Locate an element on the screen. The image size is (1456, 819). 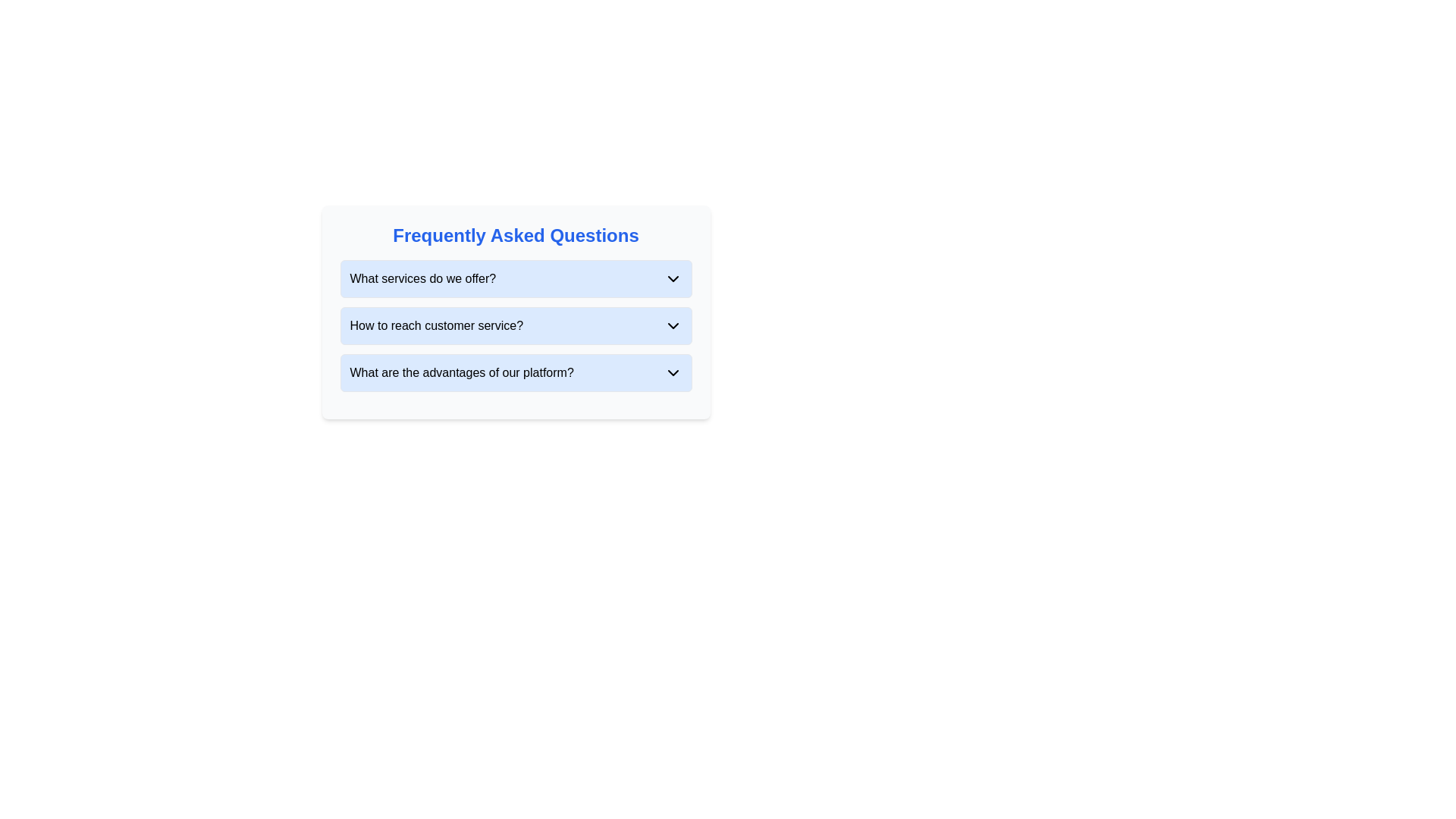
the text element displaying 'How to reach customer service?' which is styled in bold with a dark font and is centered within a light blue background, located in the second question section of the FAQ layout is located at coordinates (435, 325).